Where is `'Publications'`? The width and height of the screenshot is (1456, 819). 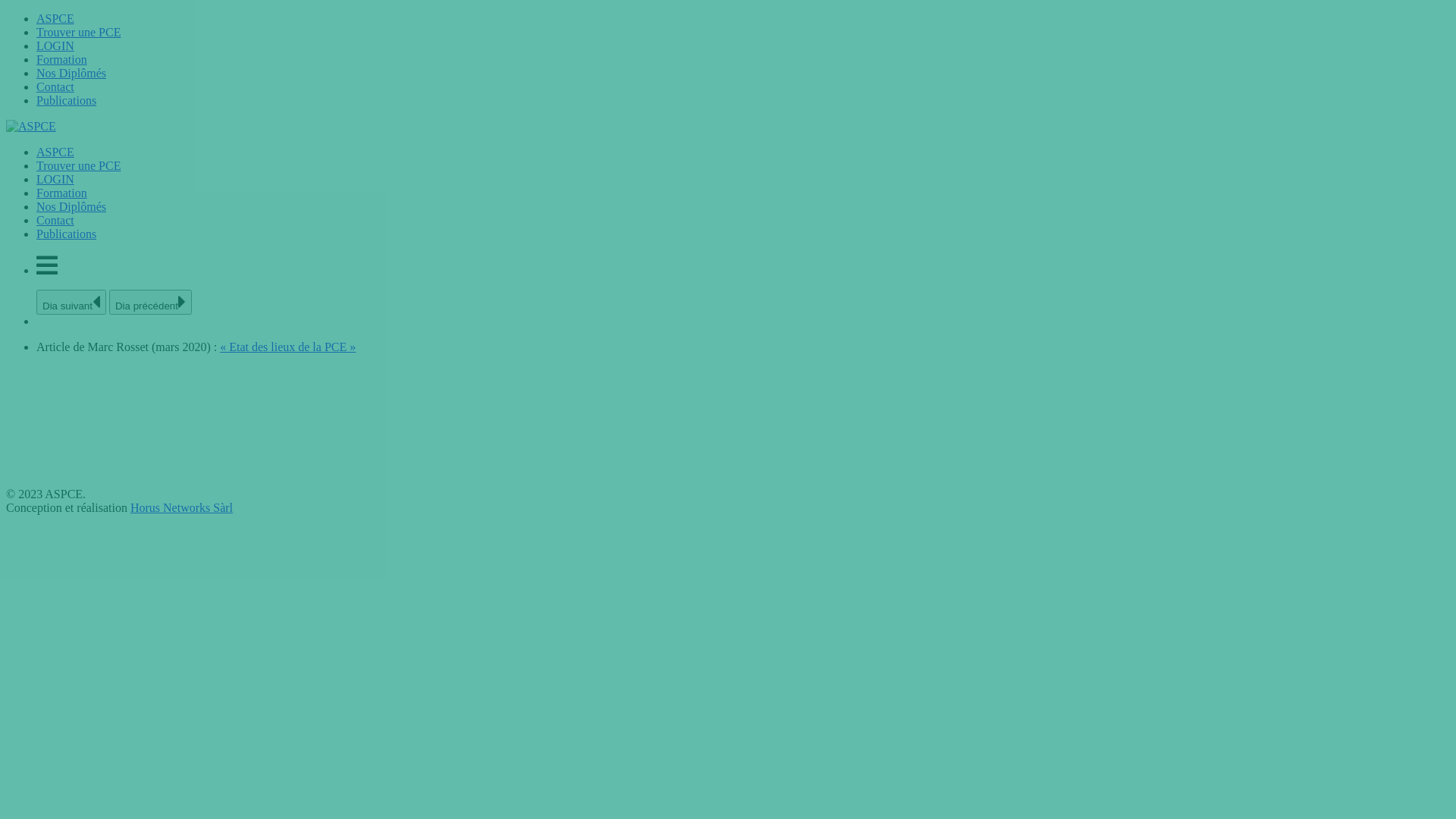 'Publications' is located at coordinates (65, 100).